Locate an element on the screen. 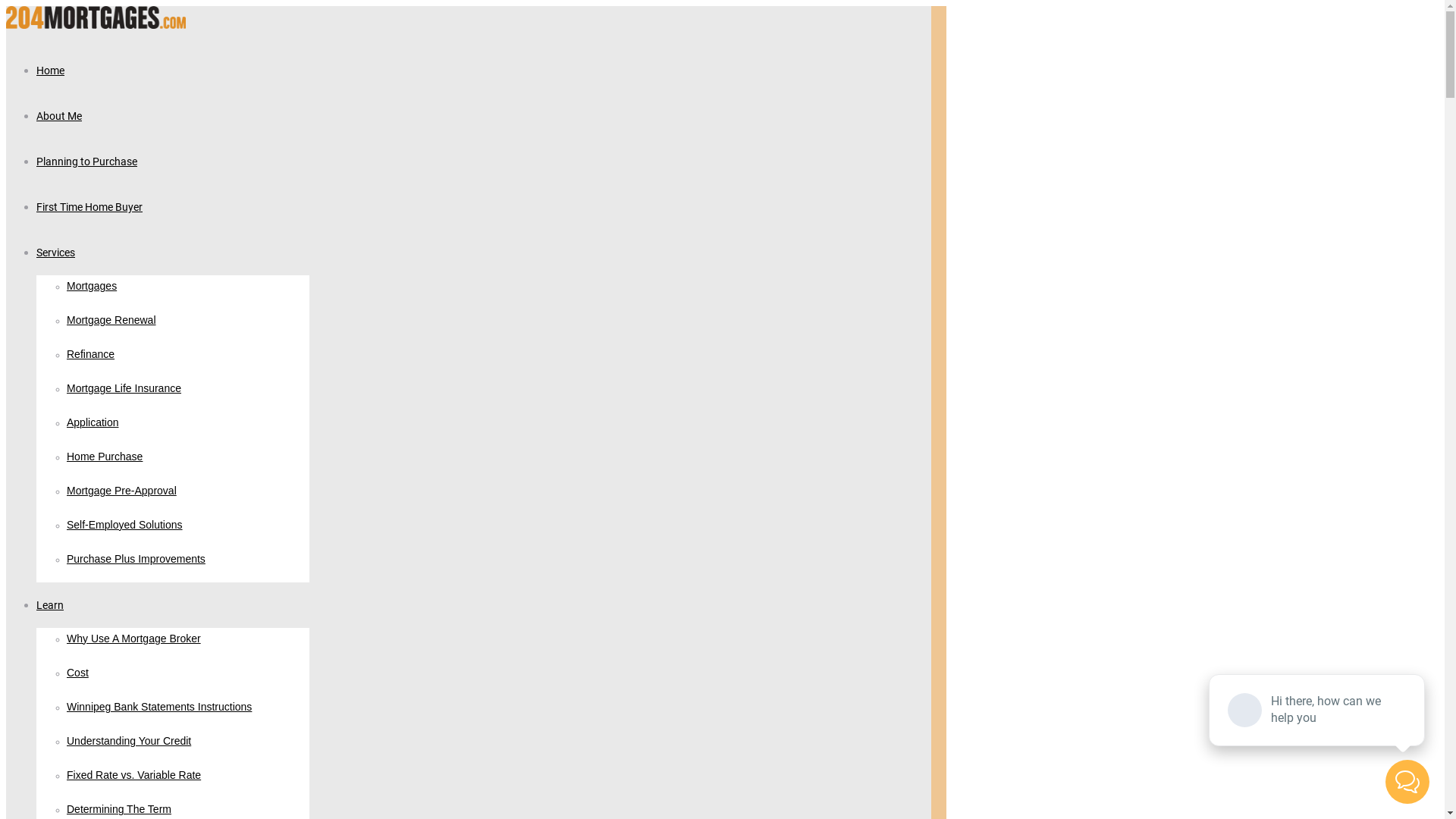  'Cost' is located at coordinates (65, 672).